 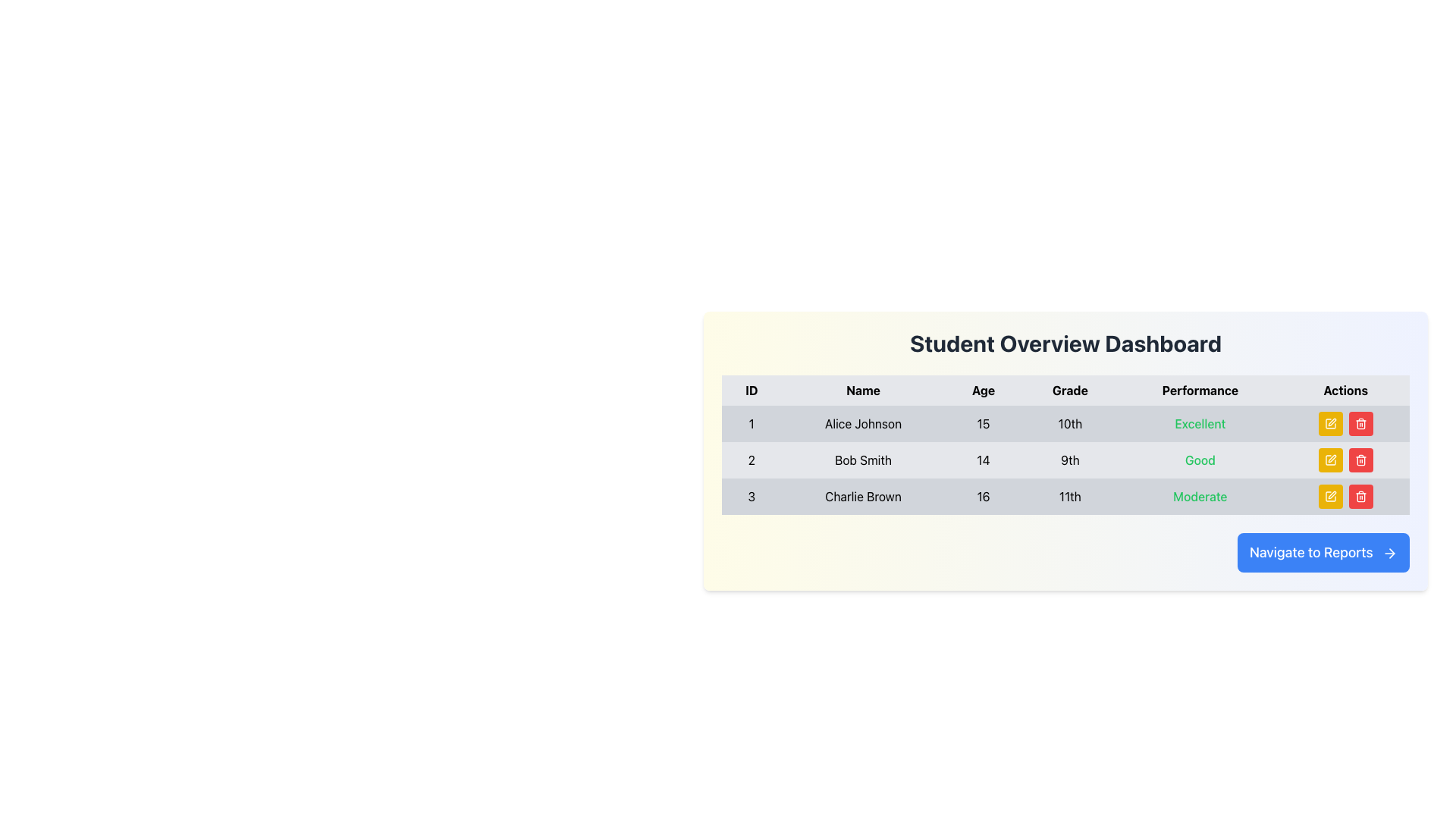 I want to click on the grade information text for the third student, 'Charlie Brown', located between the age '16' and performance 'Moderate' in the table, so click(x=1069, y=497).